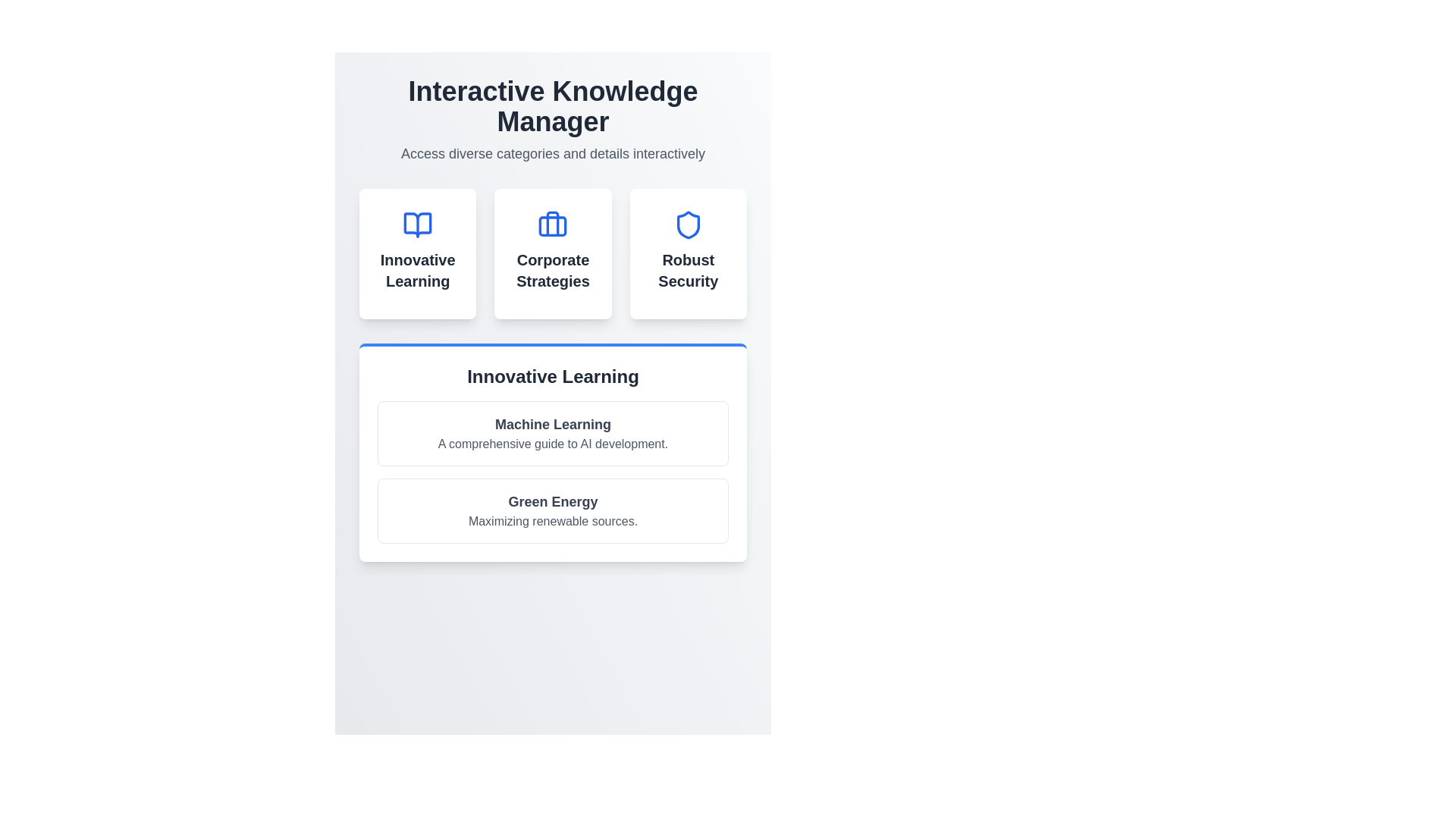  What do you see at coordinates (687, 270) in the screenshot?
I see `the text label displaying 'Robust Security'` at bounding box center [687, 270].